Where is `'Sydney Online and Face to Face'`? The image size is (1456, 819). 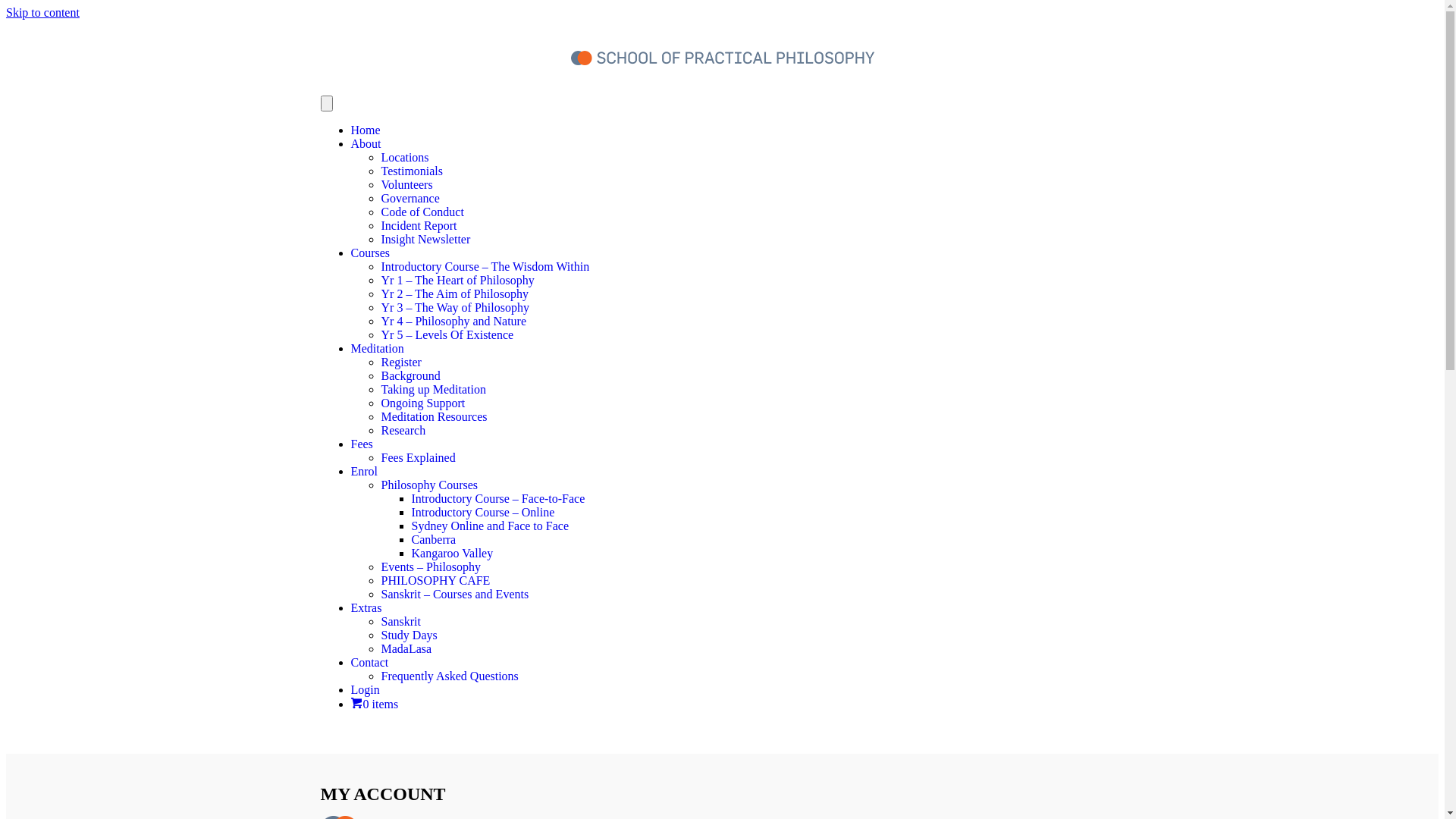
'Sydney Online and Face to Face' is located at coordinates (490, 525).